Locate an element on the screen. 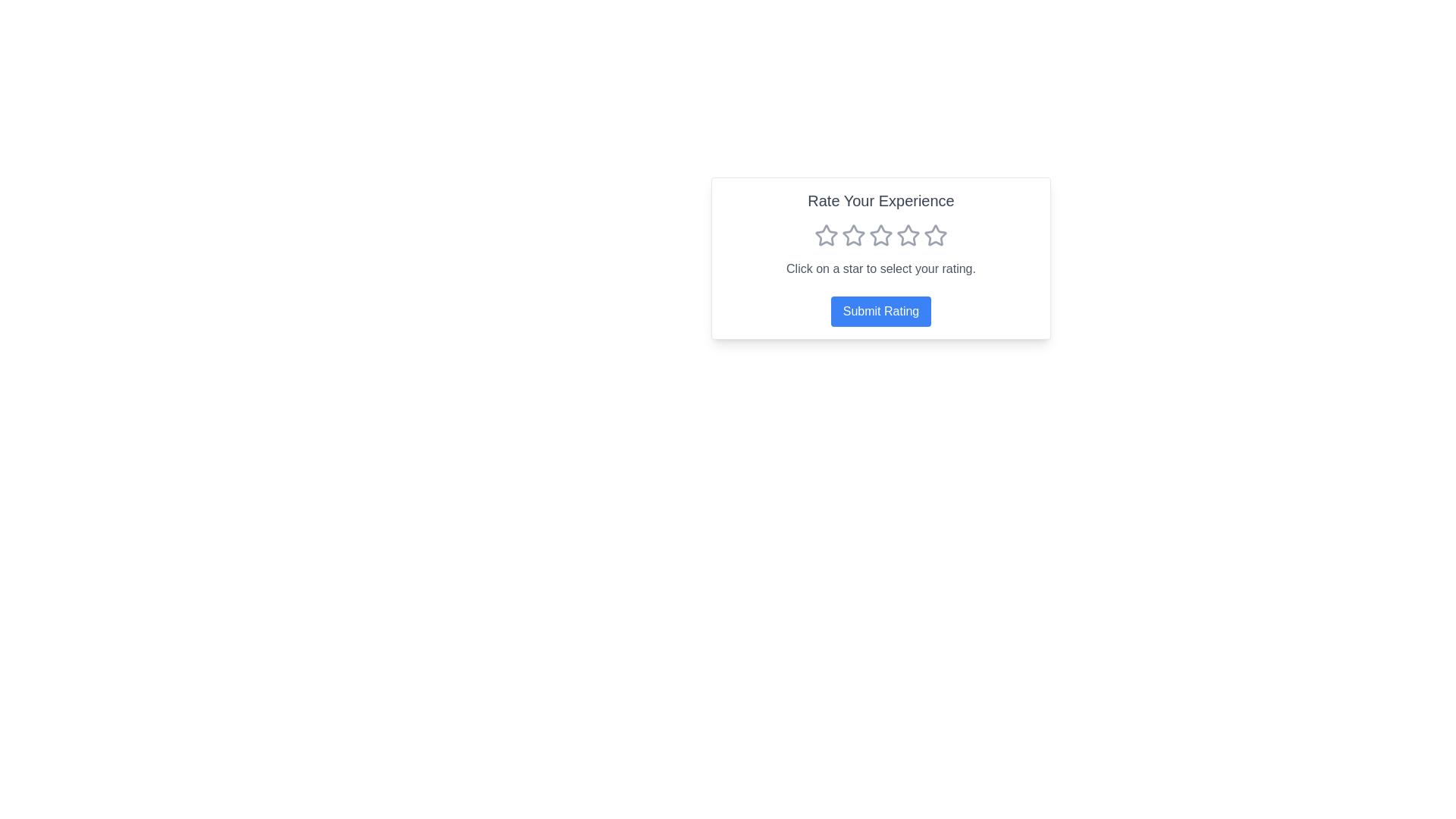 The width and height of the screenshot is (1456, 819). one of the hollow star-shaped icons in the 'Rate Your Experience' card to provide a rating is located at coordinates (880, 257).